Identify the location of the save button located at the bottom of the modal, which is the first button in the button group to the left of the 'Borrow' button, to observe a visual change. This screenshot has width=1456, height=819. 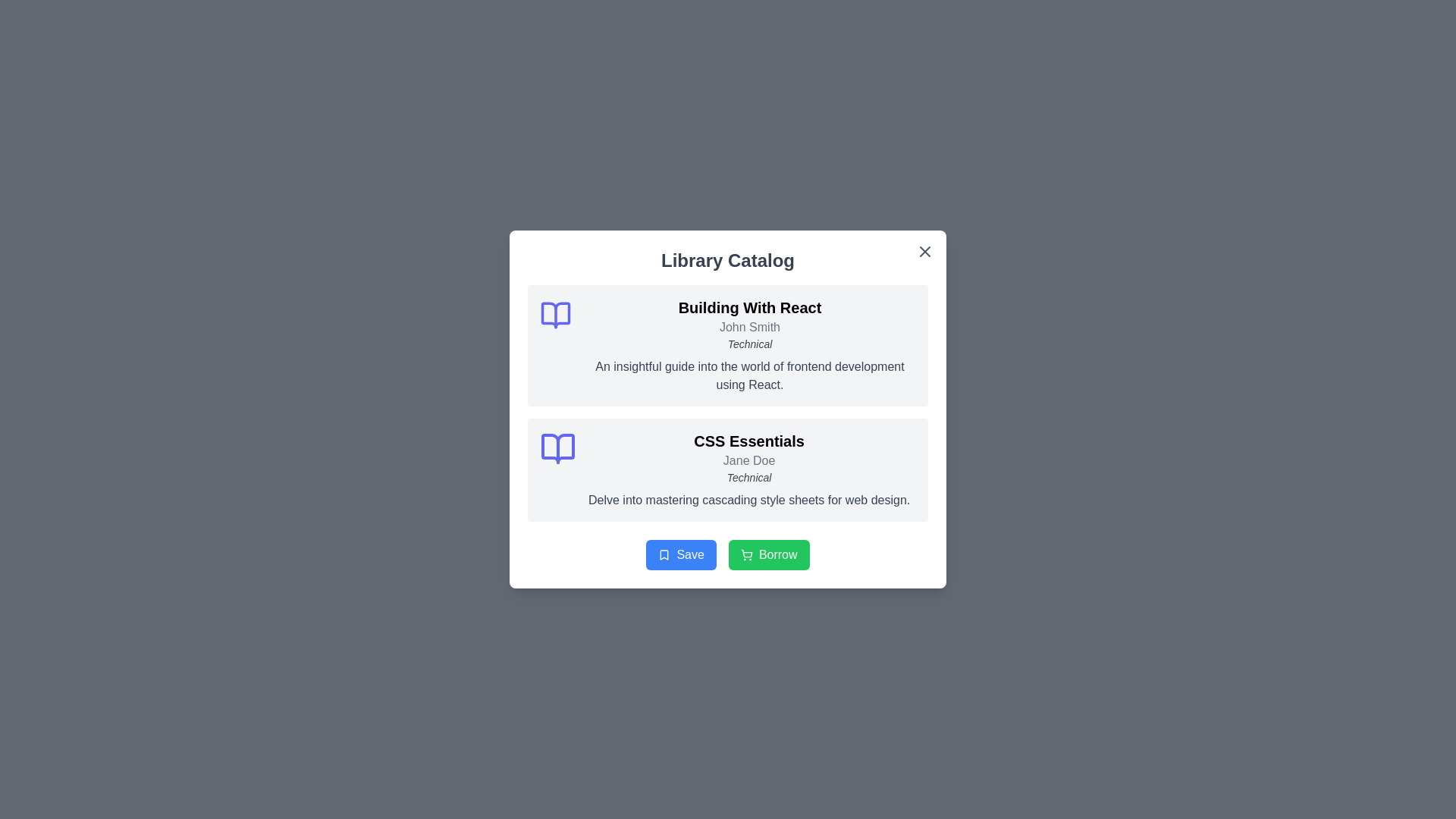
(680, 555).